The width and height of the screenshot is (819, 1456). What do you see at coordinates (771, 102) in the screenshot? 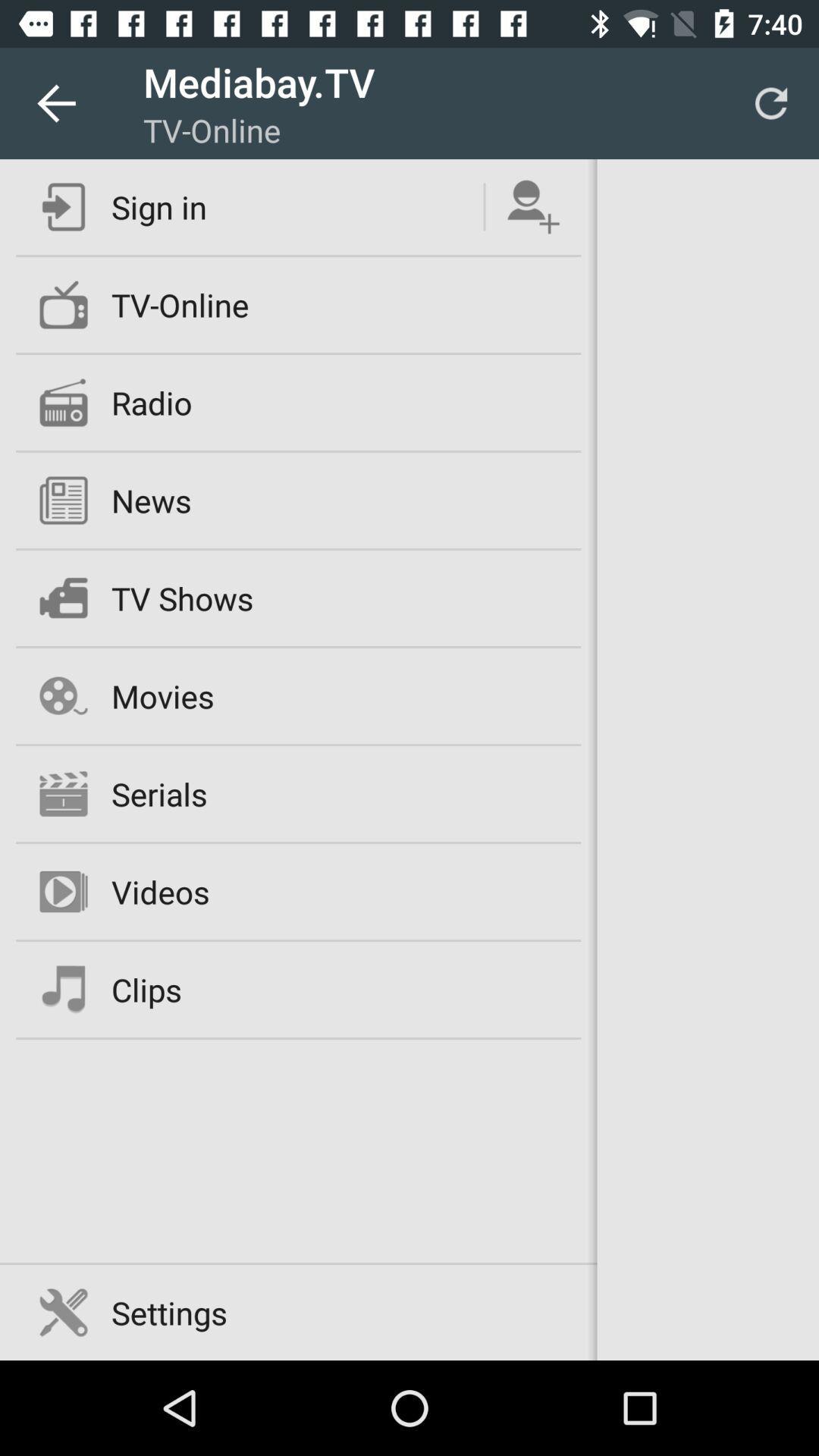
I see `the item at the top right corner` at bounding box center [771, 102].